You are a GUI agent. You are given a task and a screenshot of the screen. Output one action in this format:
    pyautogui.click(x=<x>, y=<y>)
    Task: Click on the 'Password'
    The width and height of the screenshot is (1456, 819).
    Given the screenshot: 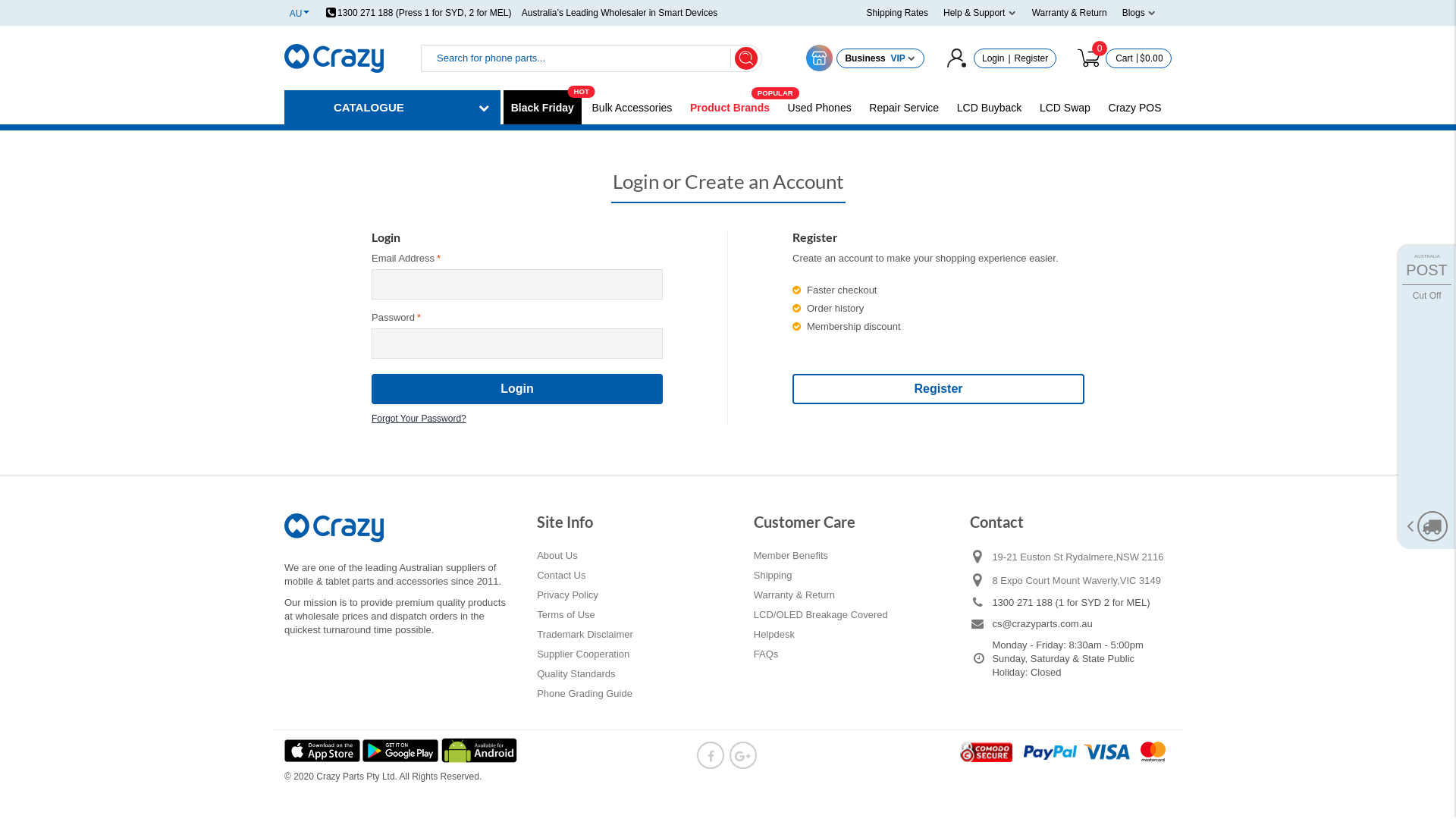 What is the action you would take?
    pyautogui.click(x=516, y=343)
    